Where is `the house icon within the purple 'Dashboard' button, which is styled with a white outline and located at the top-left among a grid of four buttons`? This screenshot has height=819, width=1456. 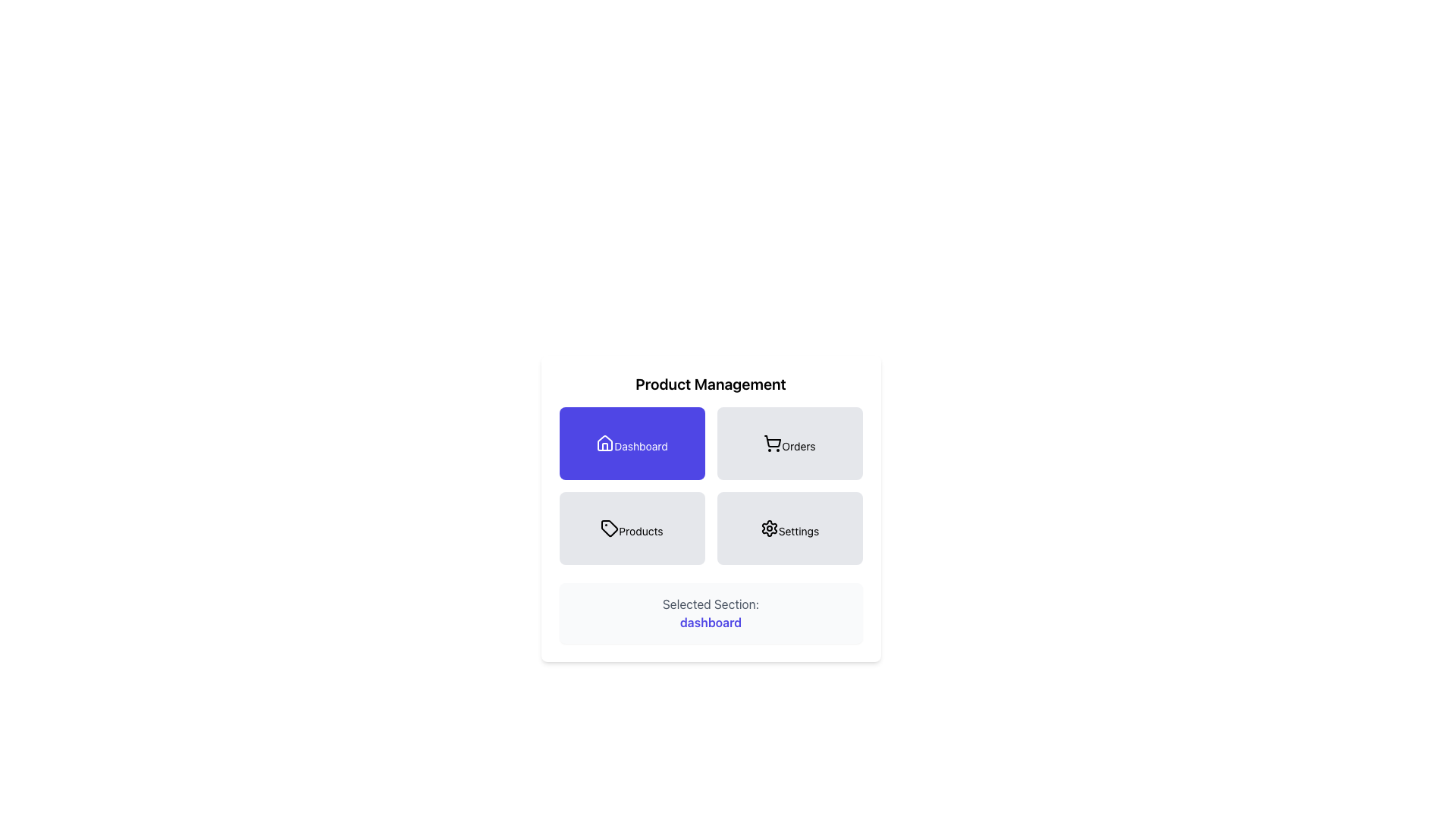 the house icon within the purple 'Dashboard' button, which is styled with a white outline and located at the top-left among a grid of four buttons is located at coordinates (604, 444).